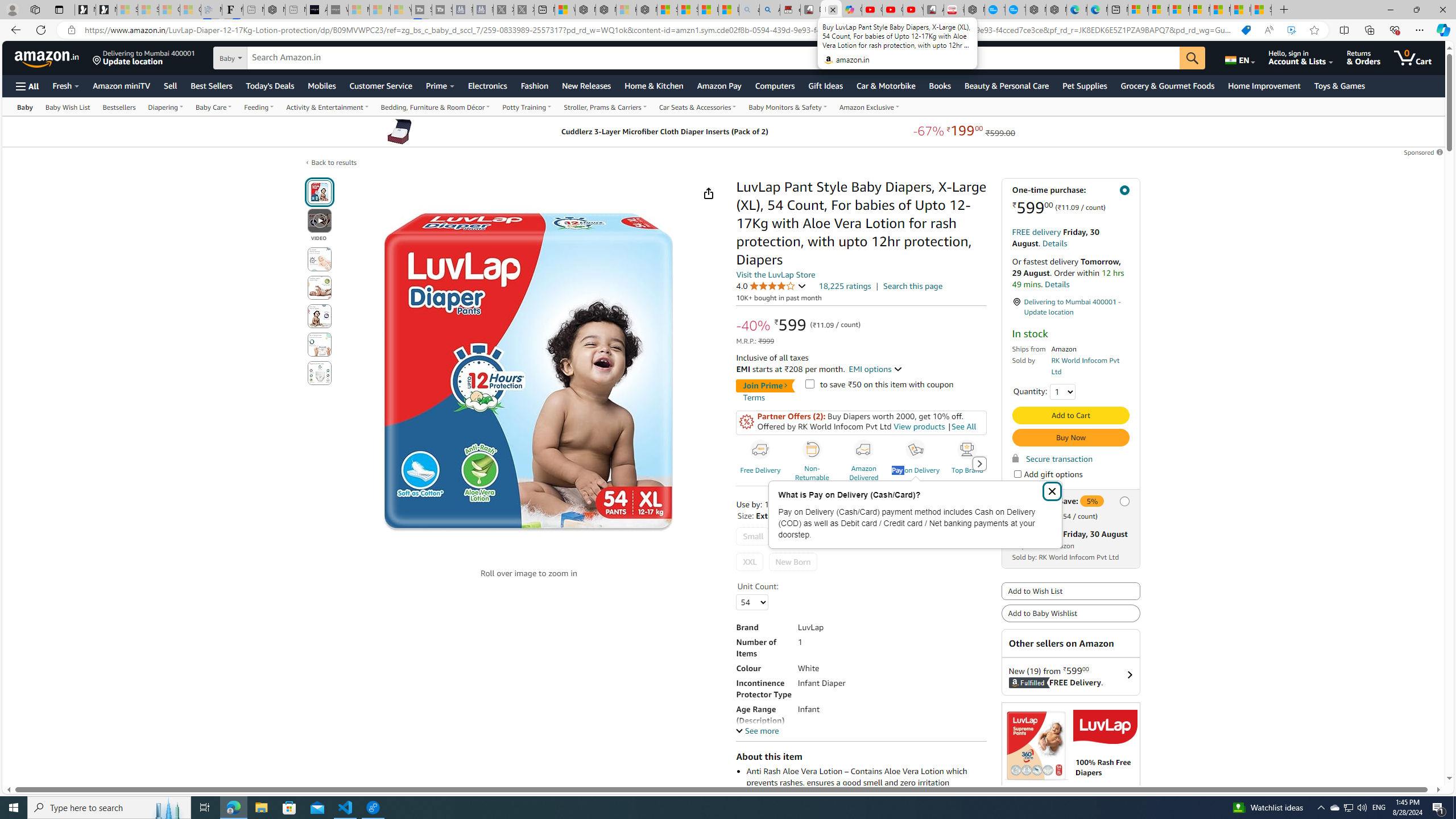 Image resolution: width=1456 pixels, height=819 pixels. What do you see at coordinates (337, 9) in the screenshot?
I see `'What'` at bounding box center [337, 9].